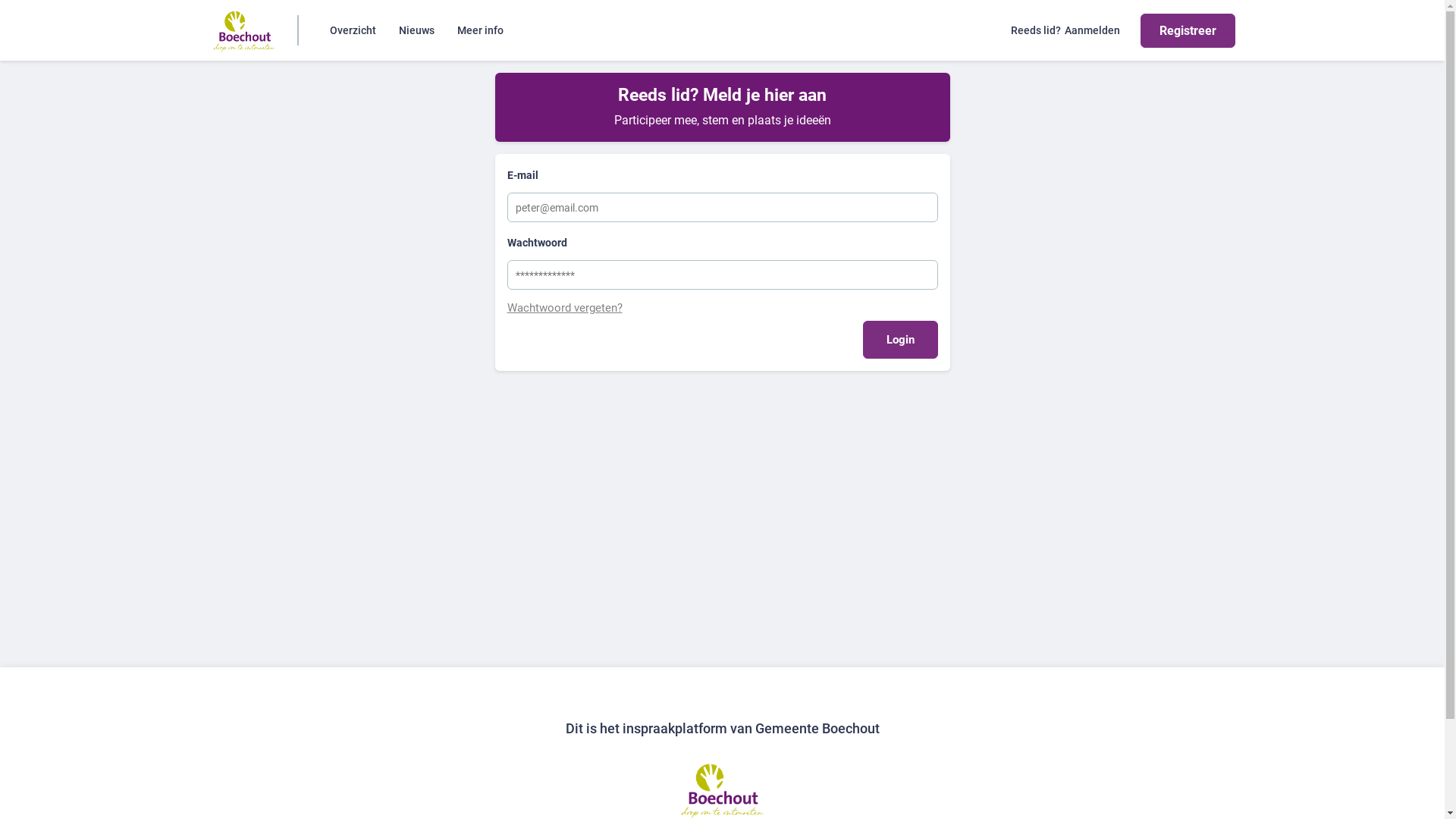  I want to click on 'Login', so click(900, 338).